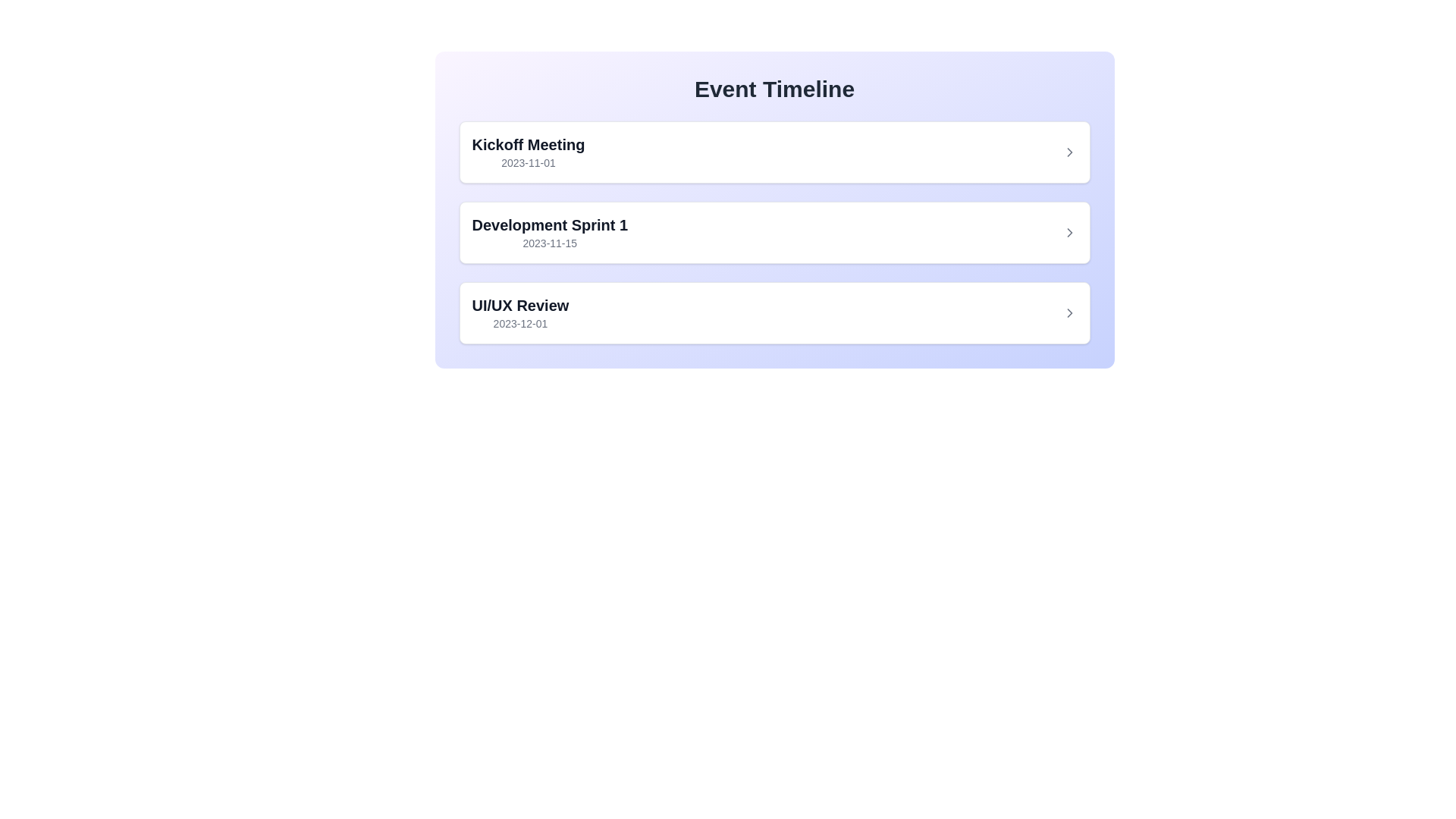  I want to click on the static text label or heading that serves as the title or main identifier of an event item in the timeline, located in the upper left of its card-like layout, so click(528, 145).